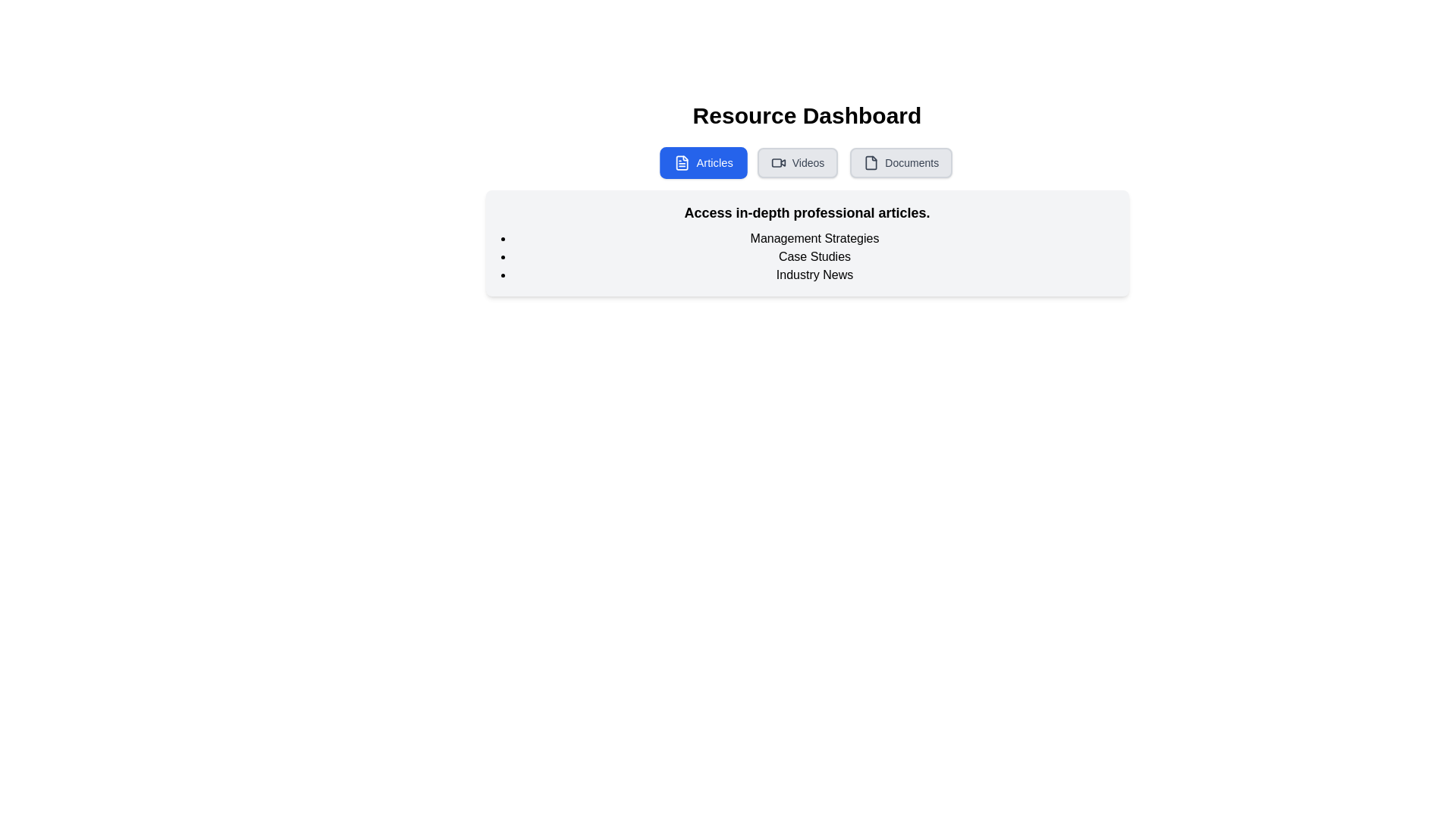 This screenshot has height=819, width=1456. Describe the element at coordinates (778, 163) in the screenshot. I see `the 'Videos' tab, which is represented by a grey outlined camera icon with a play button, located as the leftmost icon in the 'Videos' button of the tab group` at that location.